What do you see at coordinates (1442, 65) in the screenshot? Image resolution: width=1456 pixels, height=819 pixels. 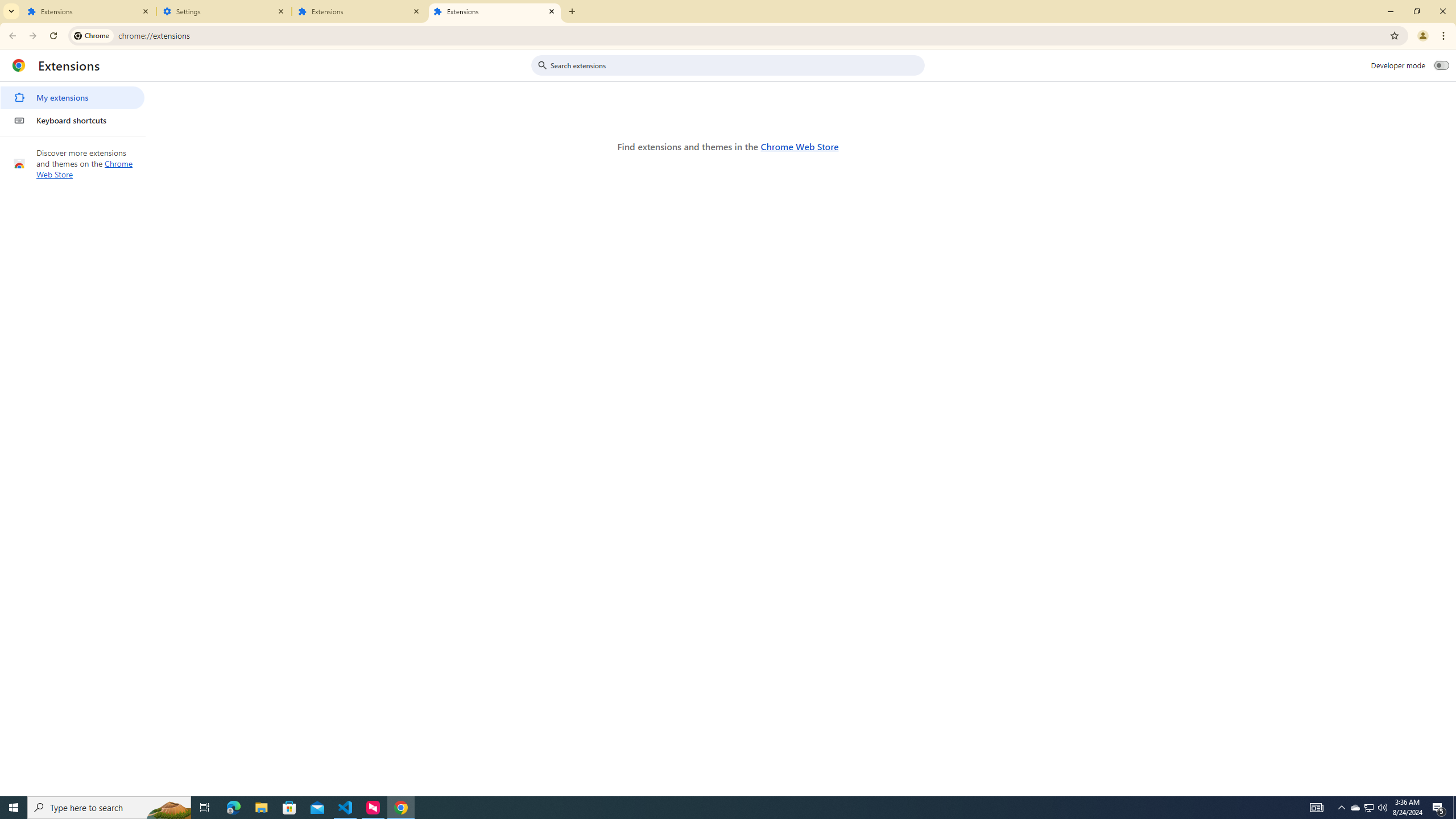 I see `'Developer mode'` at bounding box center [1442, 65].